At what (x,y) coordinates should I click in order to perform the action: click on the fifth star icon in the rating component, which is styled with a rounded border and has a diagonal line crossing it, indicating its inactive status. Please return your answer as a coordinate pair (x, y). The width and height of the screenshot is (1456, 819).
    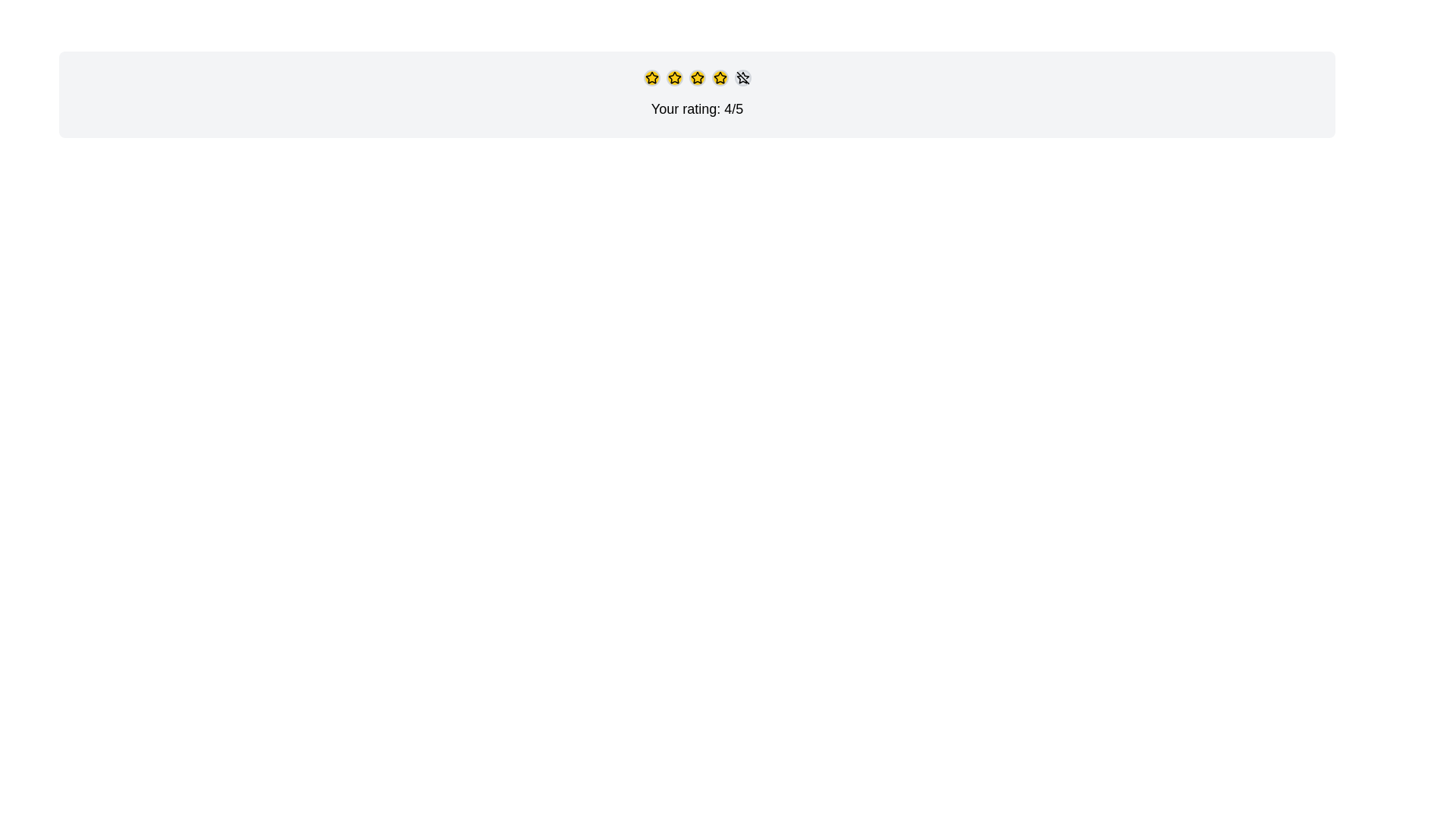
    Looking at the image, I should click on (742, 78).